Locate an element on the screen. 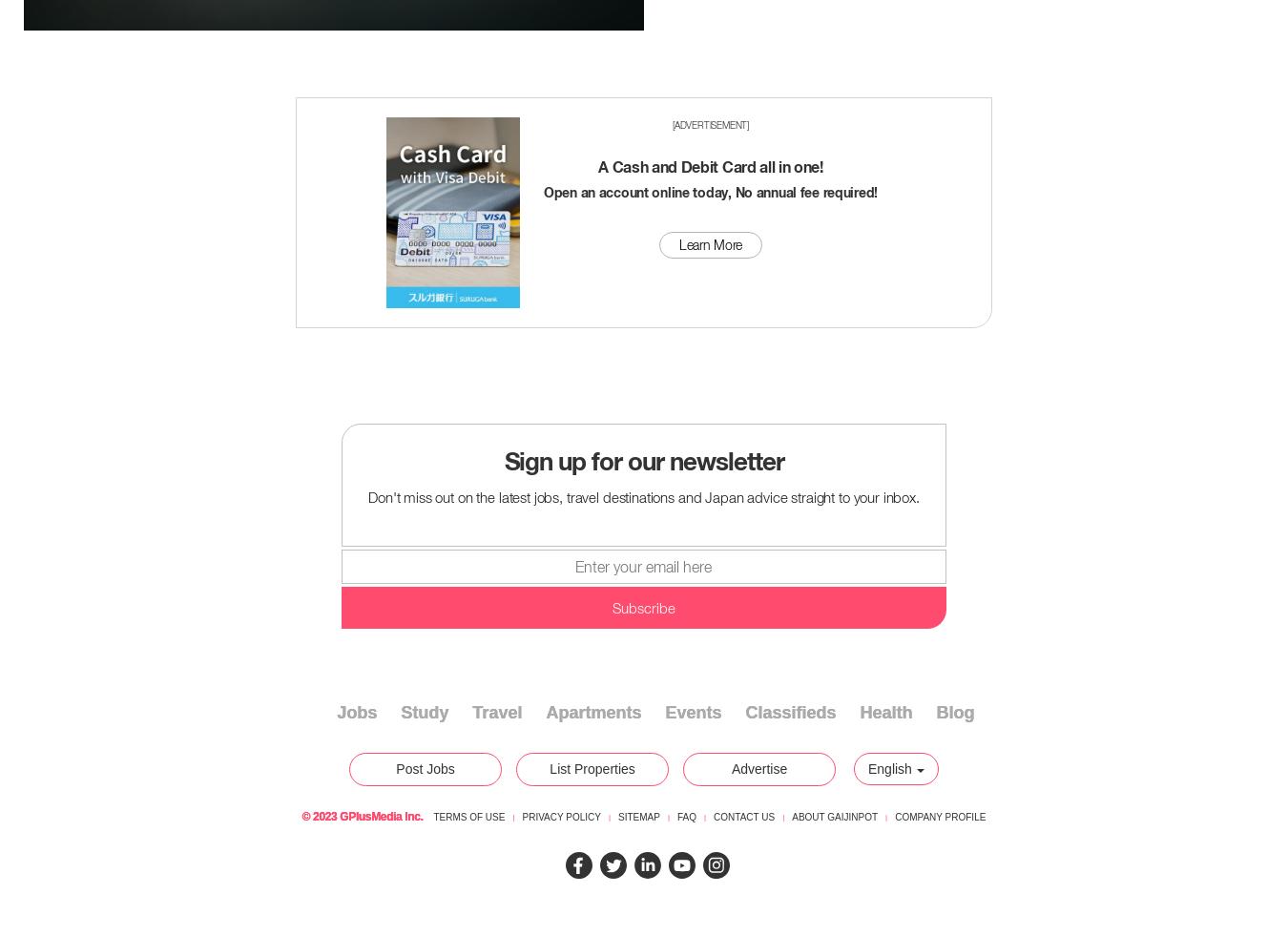  'TERMS OF USE' is located at coordinates (467, 817).